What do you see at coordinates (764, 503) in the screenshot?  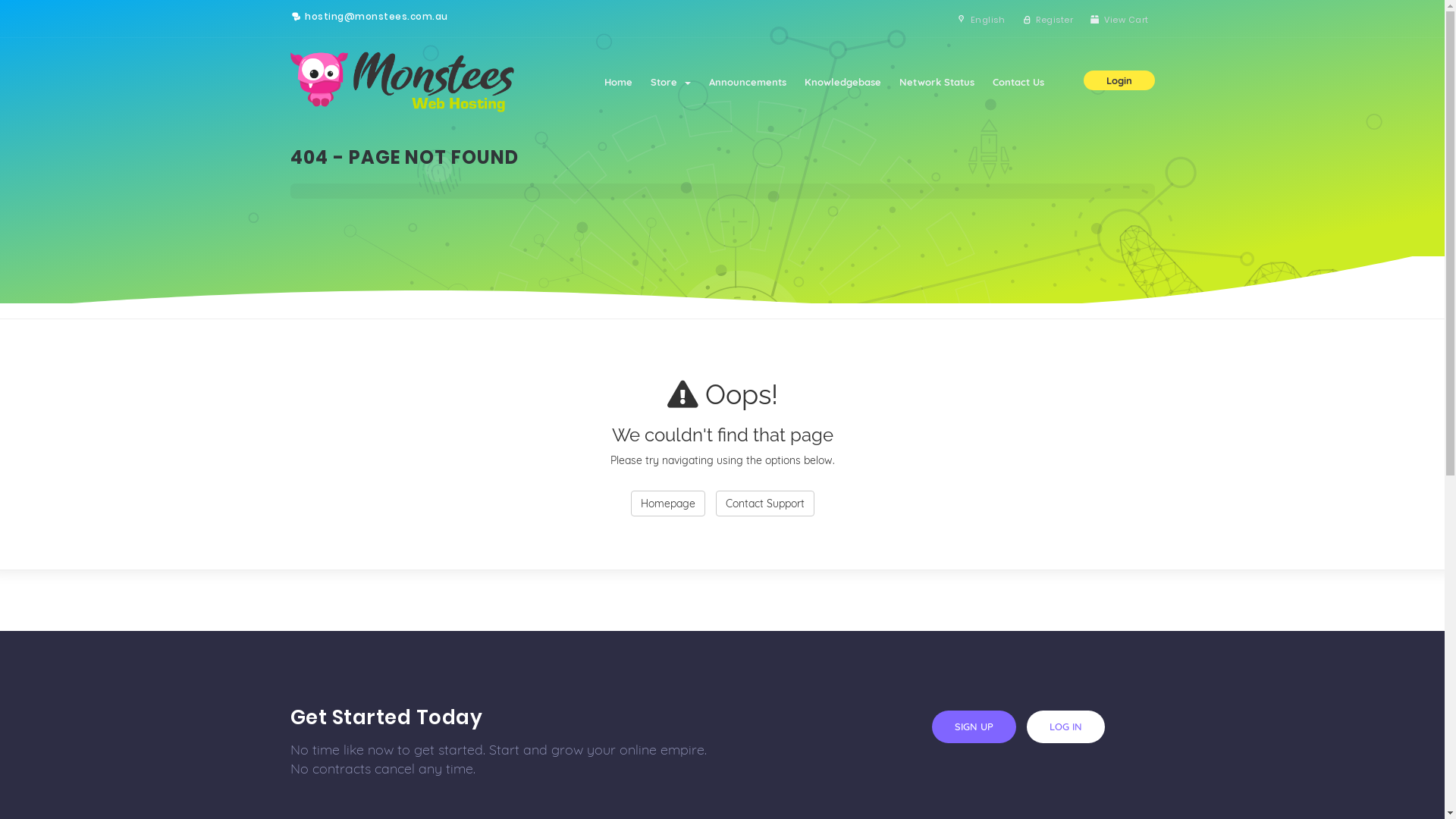 I see `'Contact Support'` at bounding box center [764, 503].